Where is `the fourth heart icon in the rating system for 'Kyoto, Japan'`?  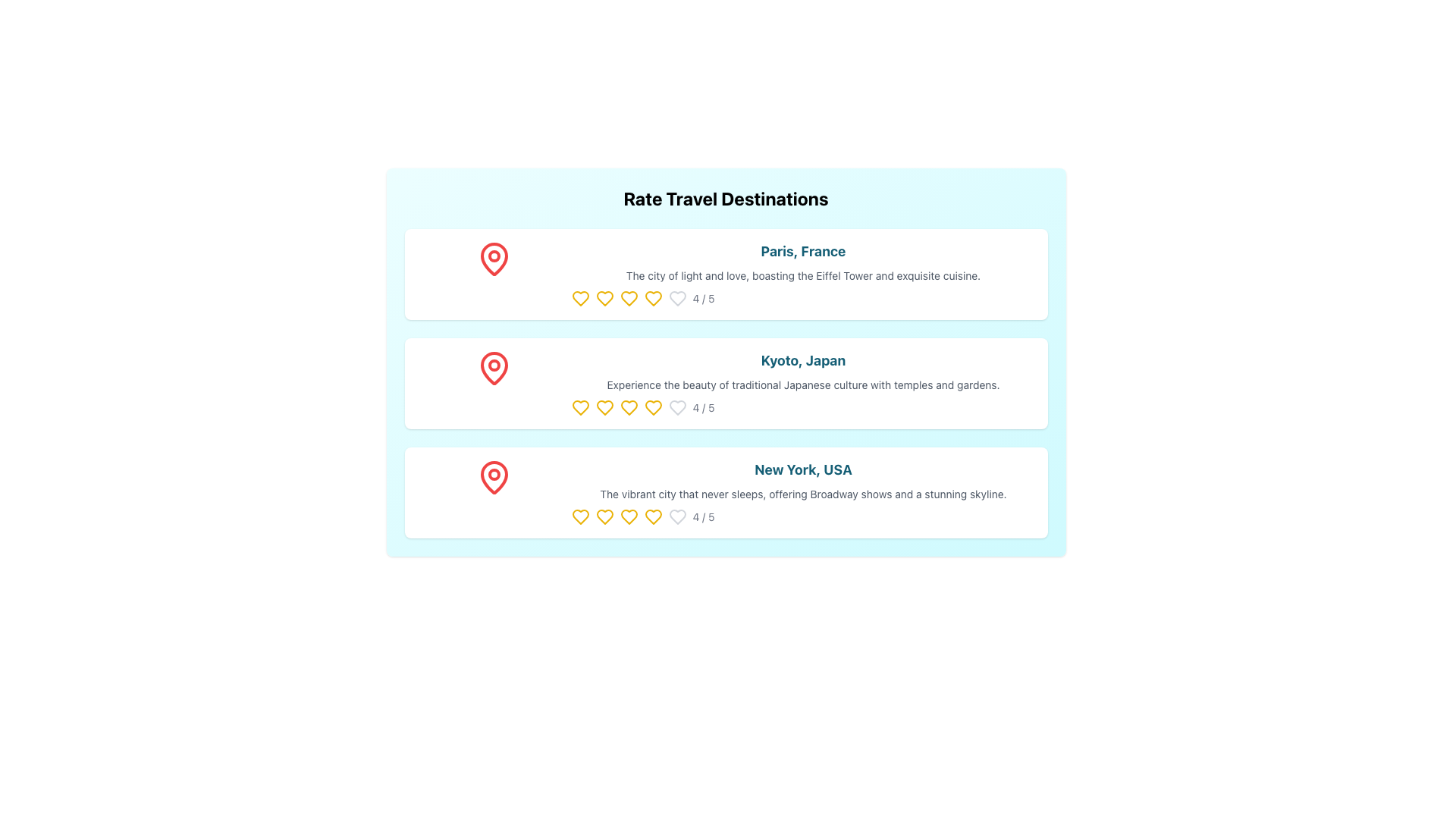 the fourth heart icon in the rating system for 'Kyoto, Japan' is located at coordinates (653, 406).